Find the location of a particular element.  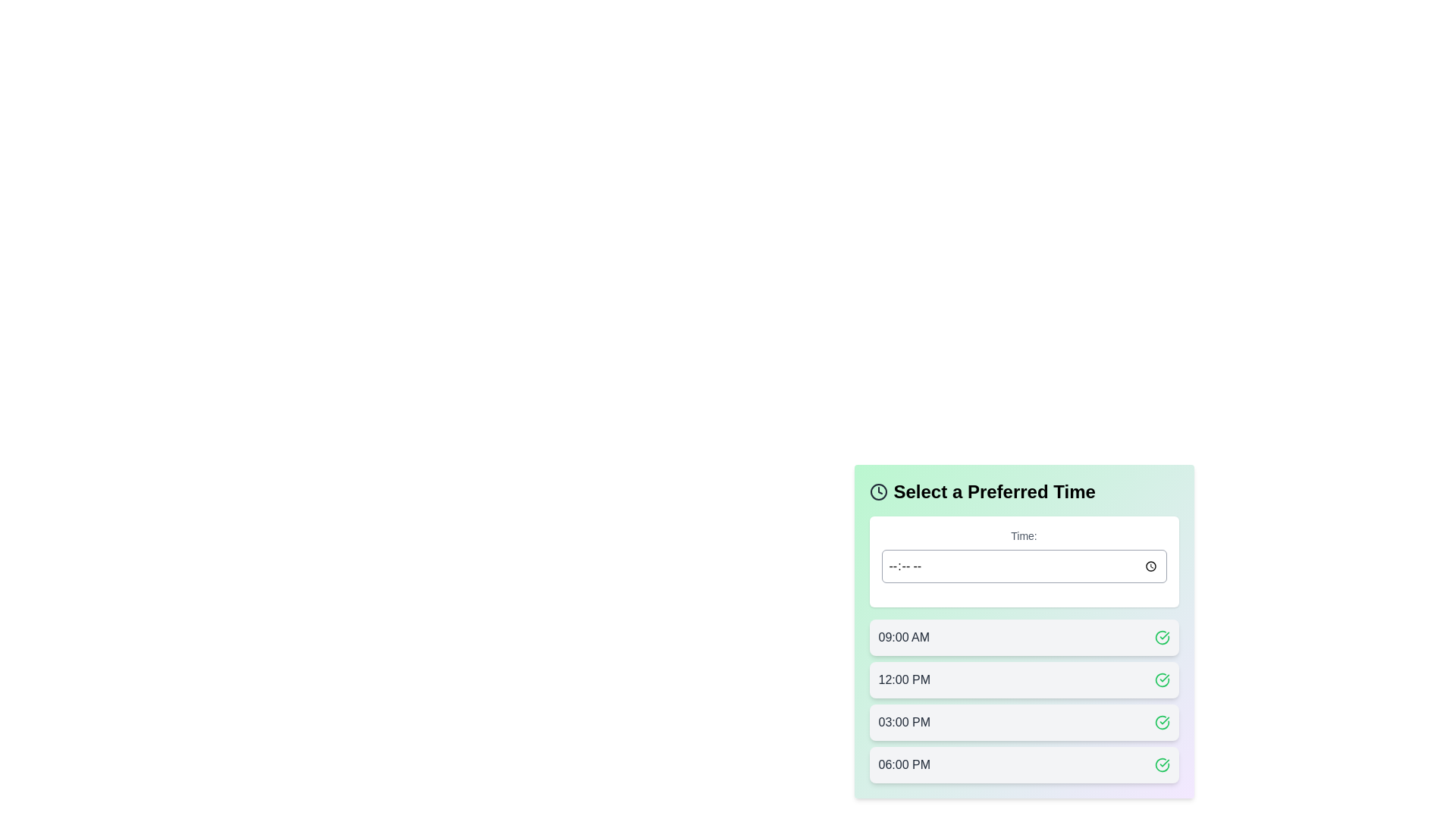

the fourth list item with the text '06:00 PM' and a green circular check icon, located at the bottom of the list under 'Select a Preferred Time' is located at coordinates (1023, 765).